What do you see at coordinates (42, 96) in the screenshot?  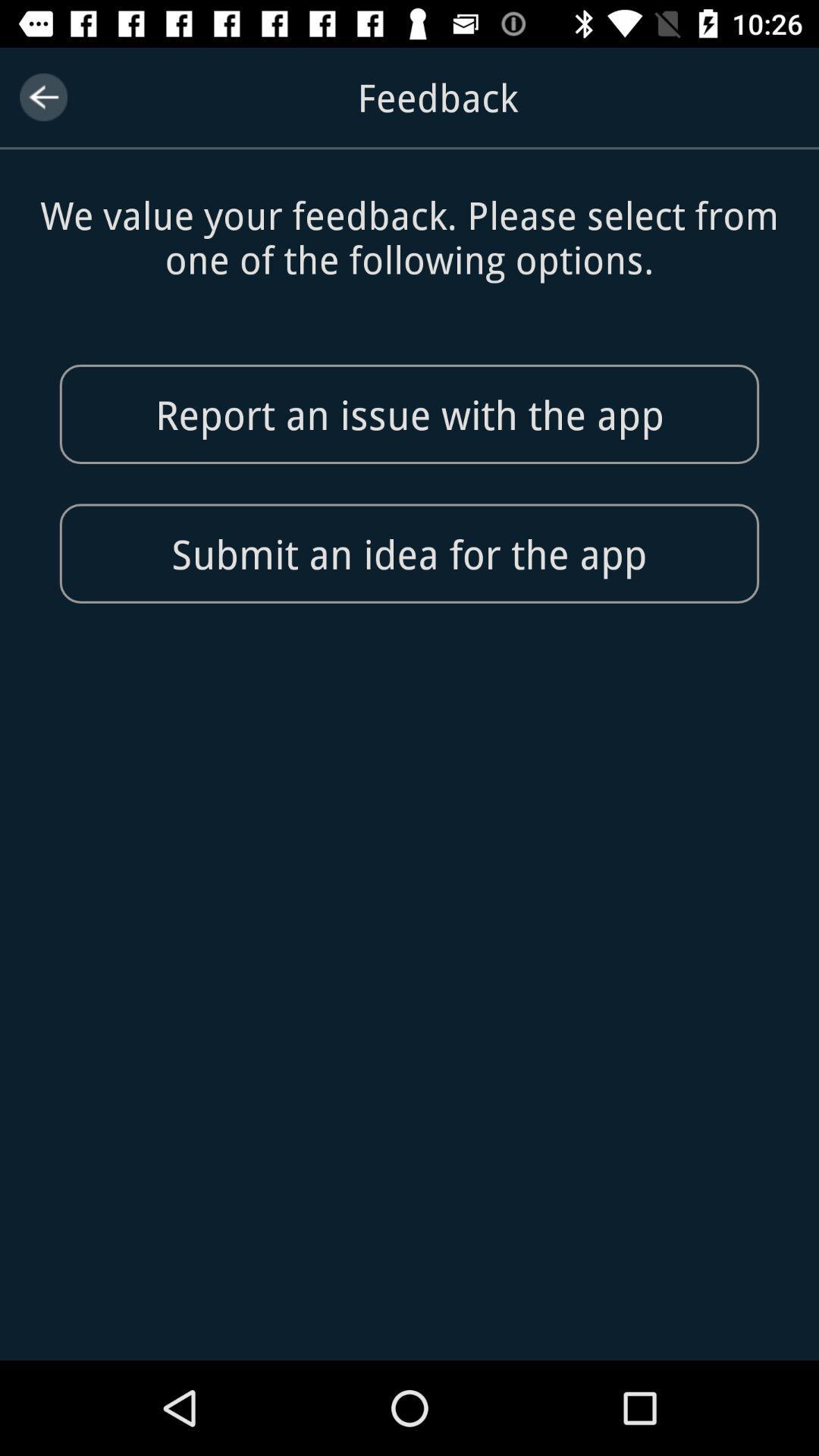 I see `the arrow_backward icon` at bounding box center [42, 96].